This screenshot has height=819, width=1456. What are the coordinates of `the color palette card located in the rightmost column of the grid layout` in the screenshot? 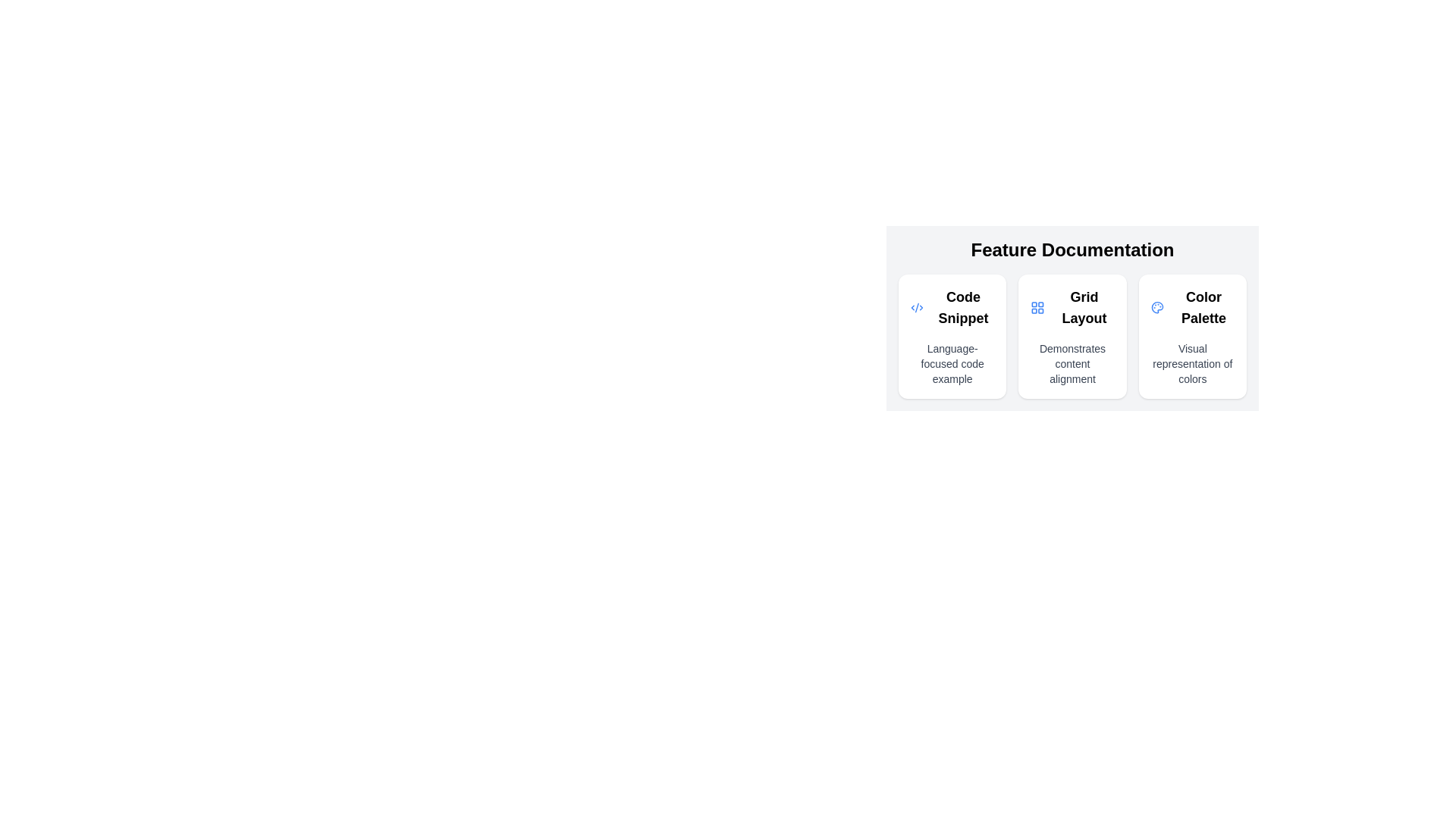 It's located at (1191, 335).